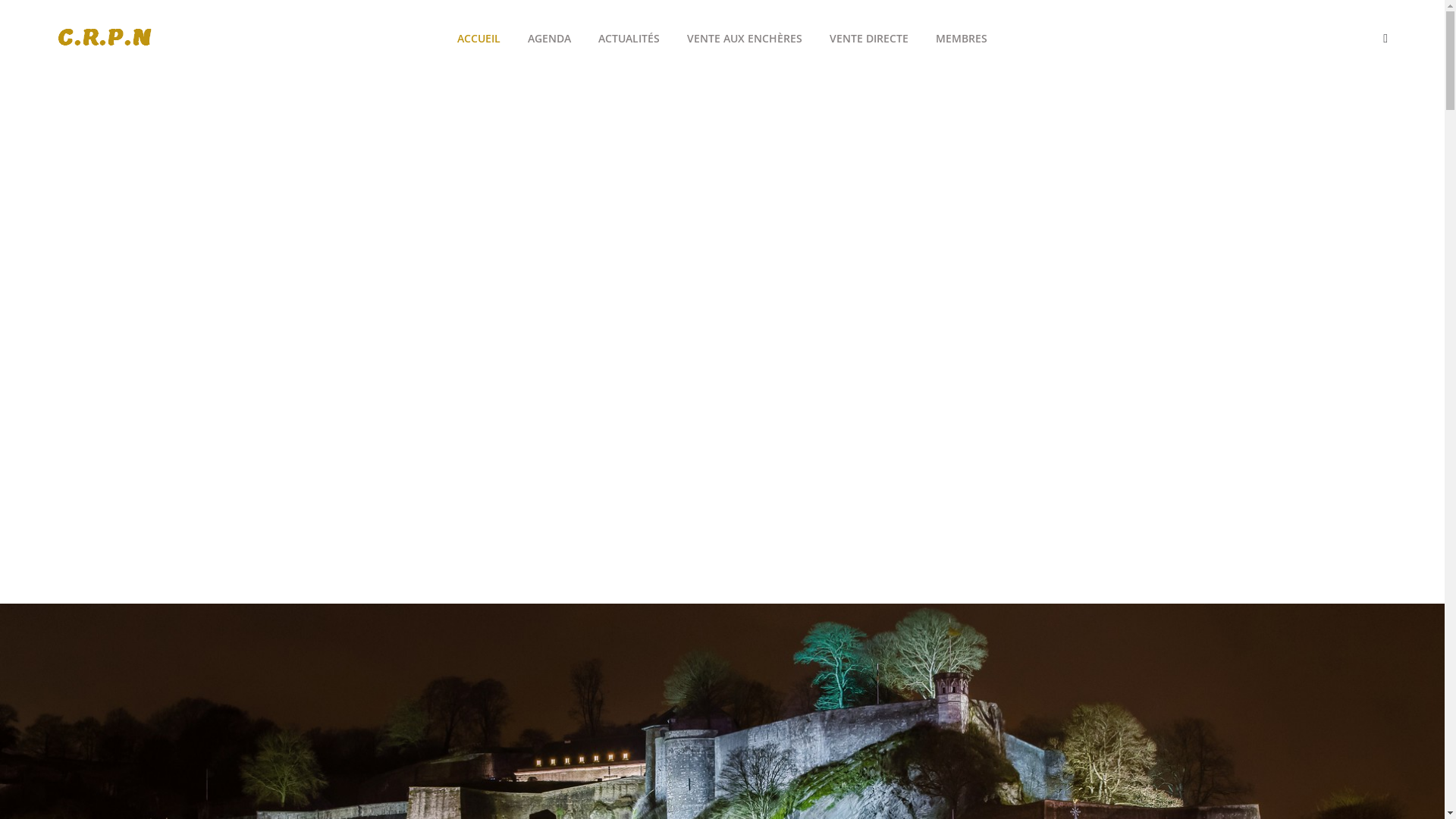 The image size is (1456, 819). Describe the element at coordinates (516, 37) in the screenshot. I see `'AGENDA'` at that location.